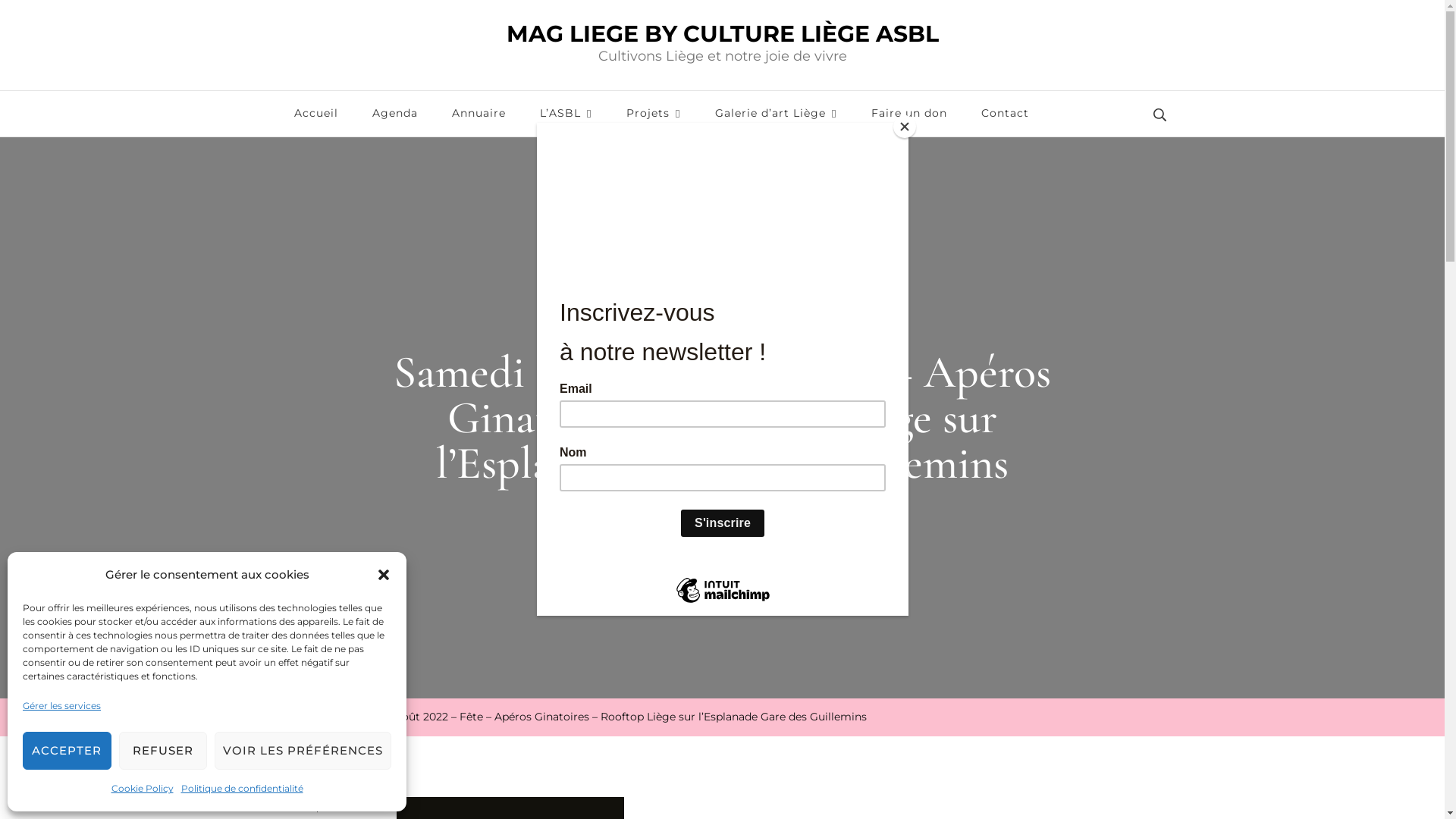 The width and height of the screenshot is (1456, 819). What do you see at coordinates (908, 113) in the screenshot?
I see `'Faire un don'` at bounding box center [908, 113].